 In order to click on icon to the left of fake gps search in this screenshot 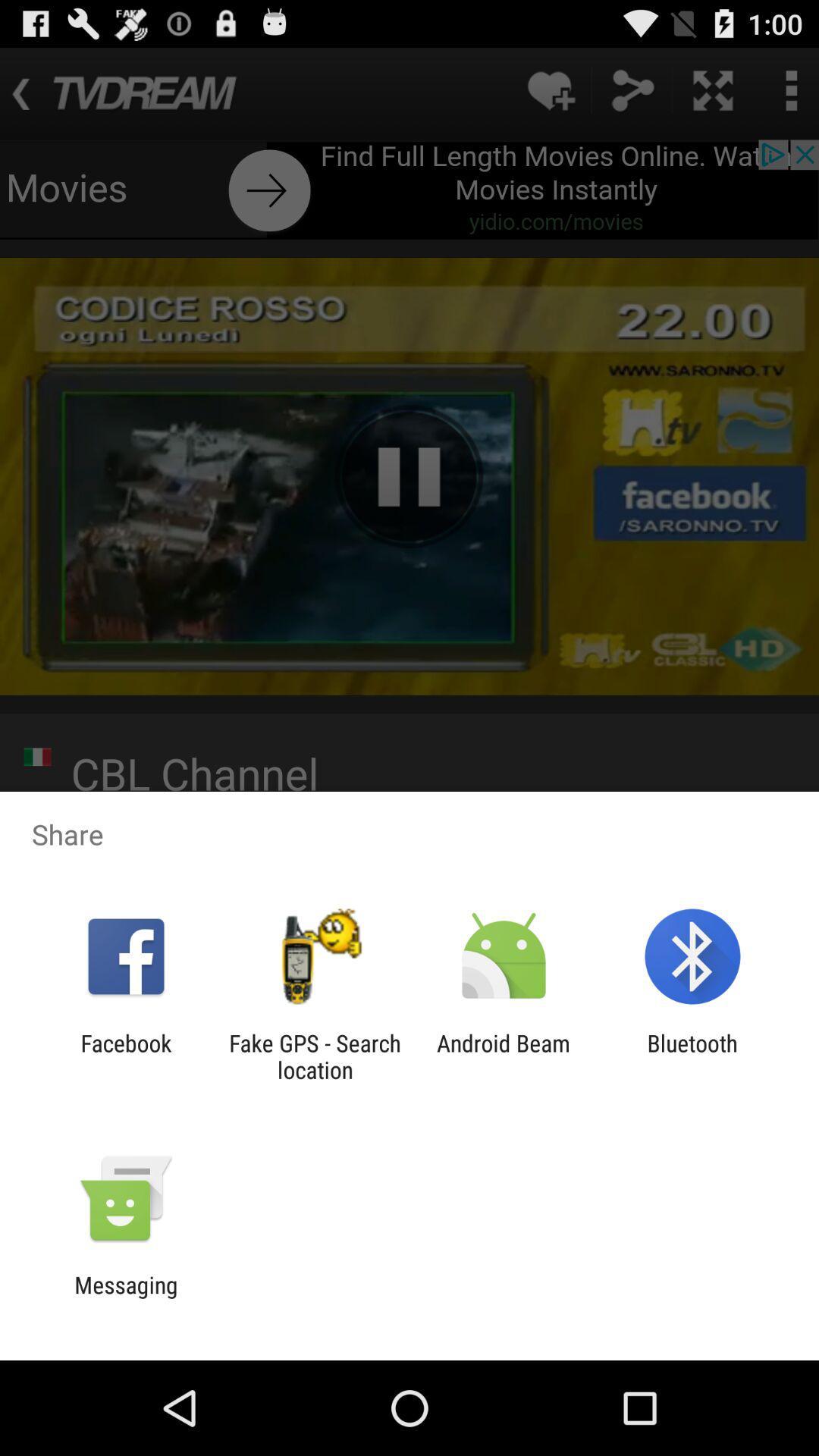, I will do `click(125, 1056)`.